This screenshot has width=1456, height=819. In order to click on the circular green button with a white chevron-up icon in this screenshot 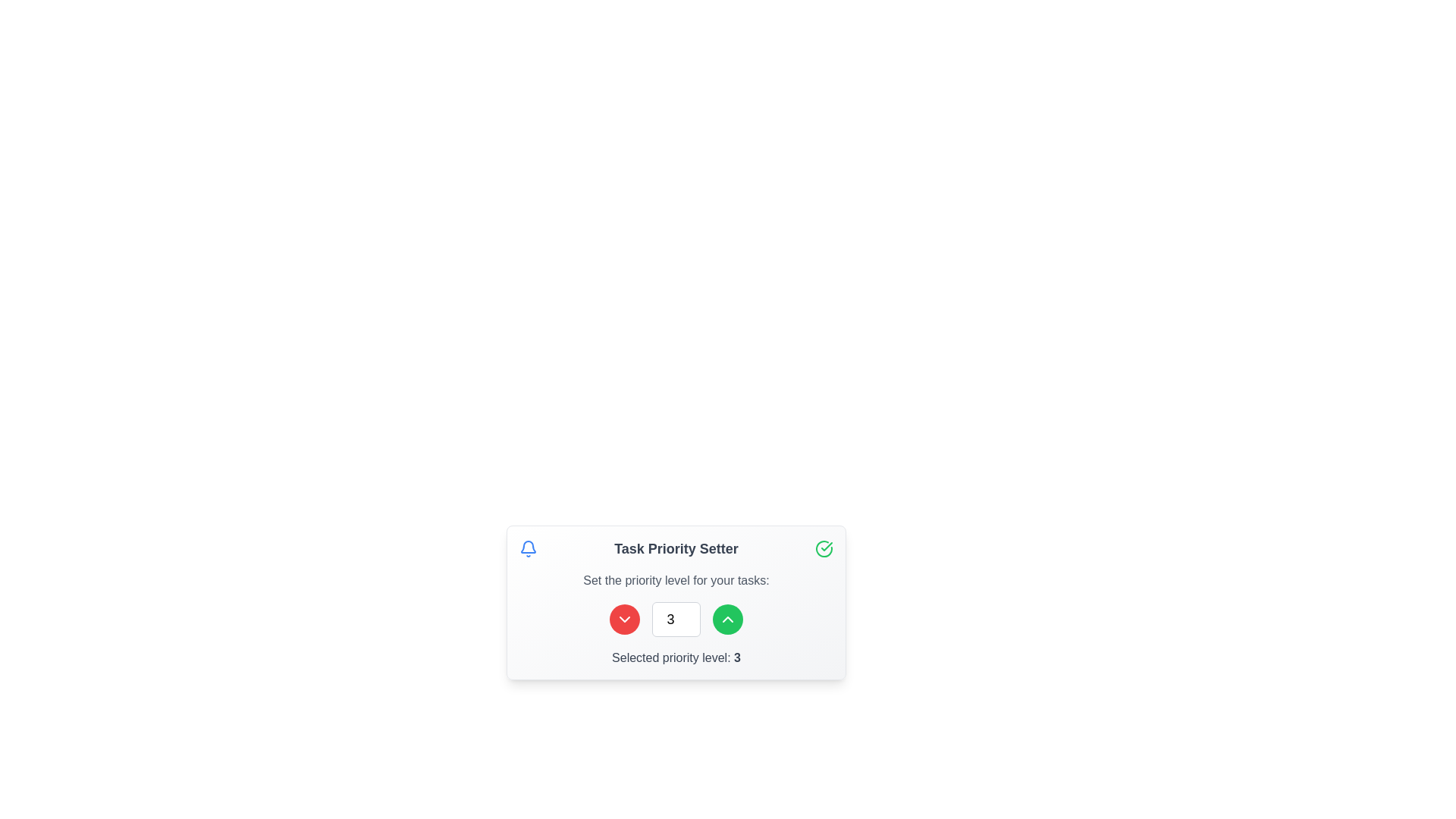, I will do `click(728, 620)`.